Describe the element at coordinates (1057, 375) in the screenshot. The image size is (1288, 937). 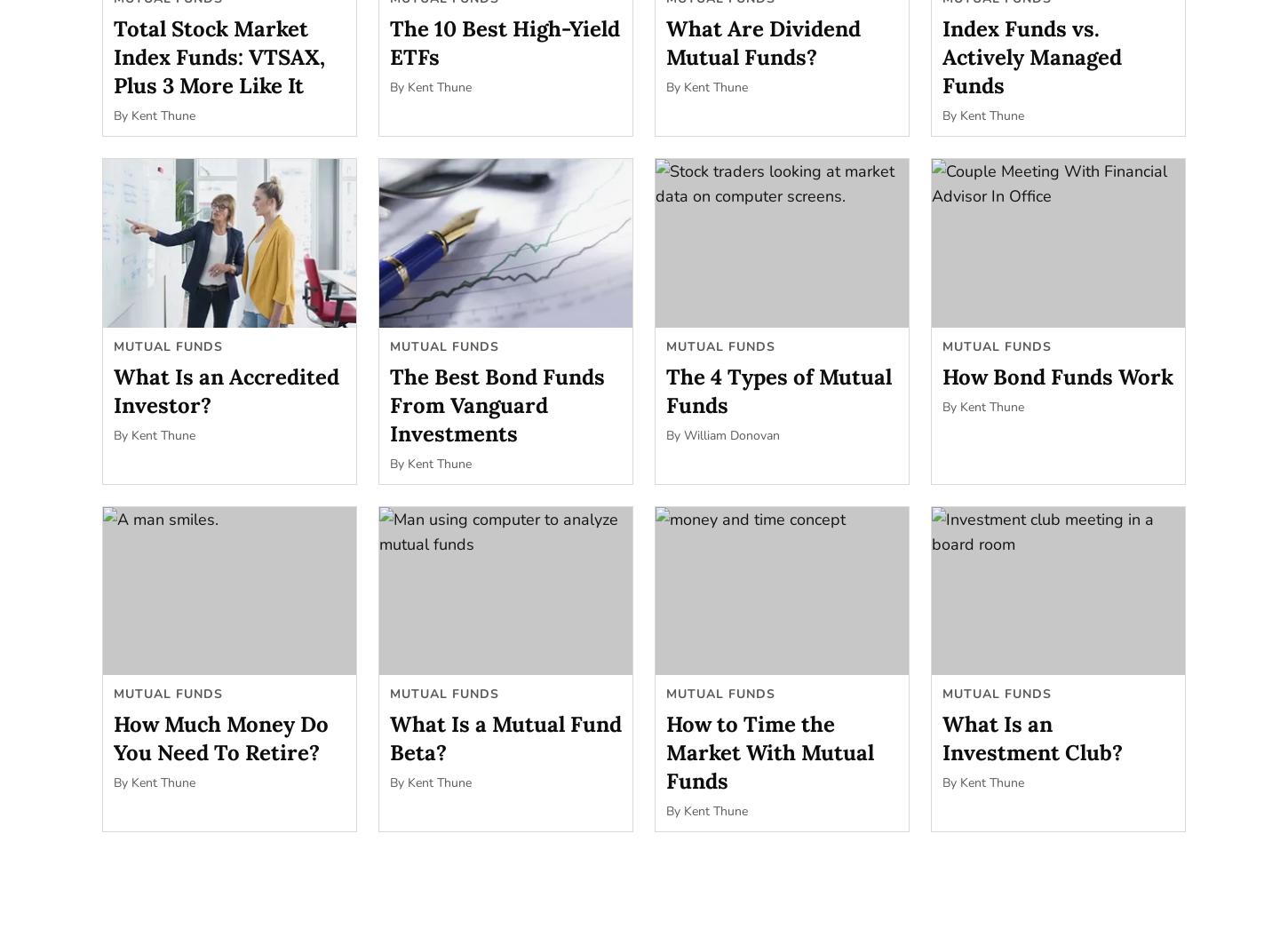
I see `'How Bond Funds Work'` at that location.